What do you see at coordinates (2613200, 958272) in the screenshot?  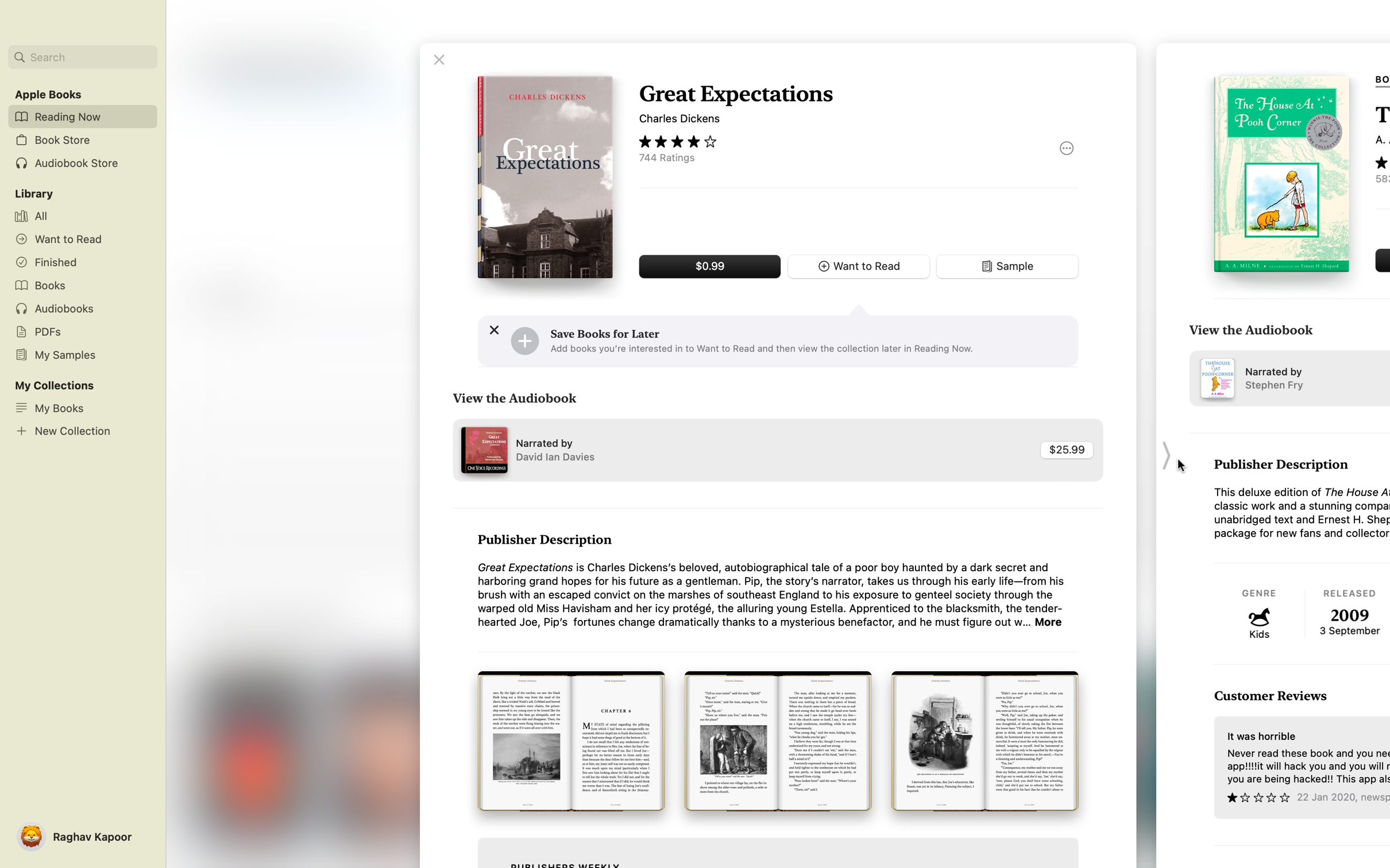 I see `Glide down the page to see the book"s table of contents` at bounding box center [2613200, 958272].